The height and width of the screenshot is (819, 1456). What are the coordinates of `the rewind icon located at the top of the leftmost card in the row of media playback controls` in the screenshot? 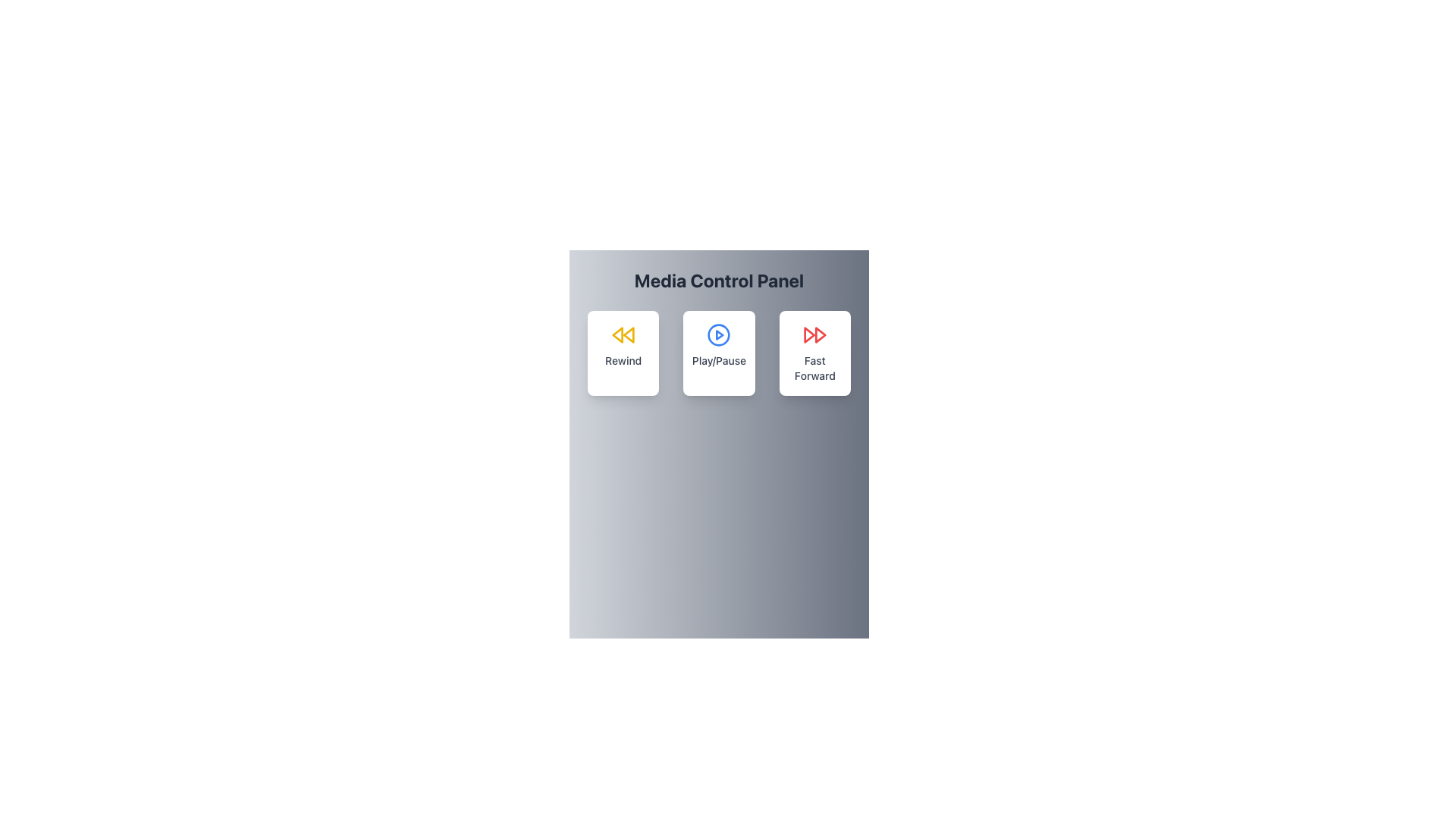 It's located at (623, 334).